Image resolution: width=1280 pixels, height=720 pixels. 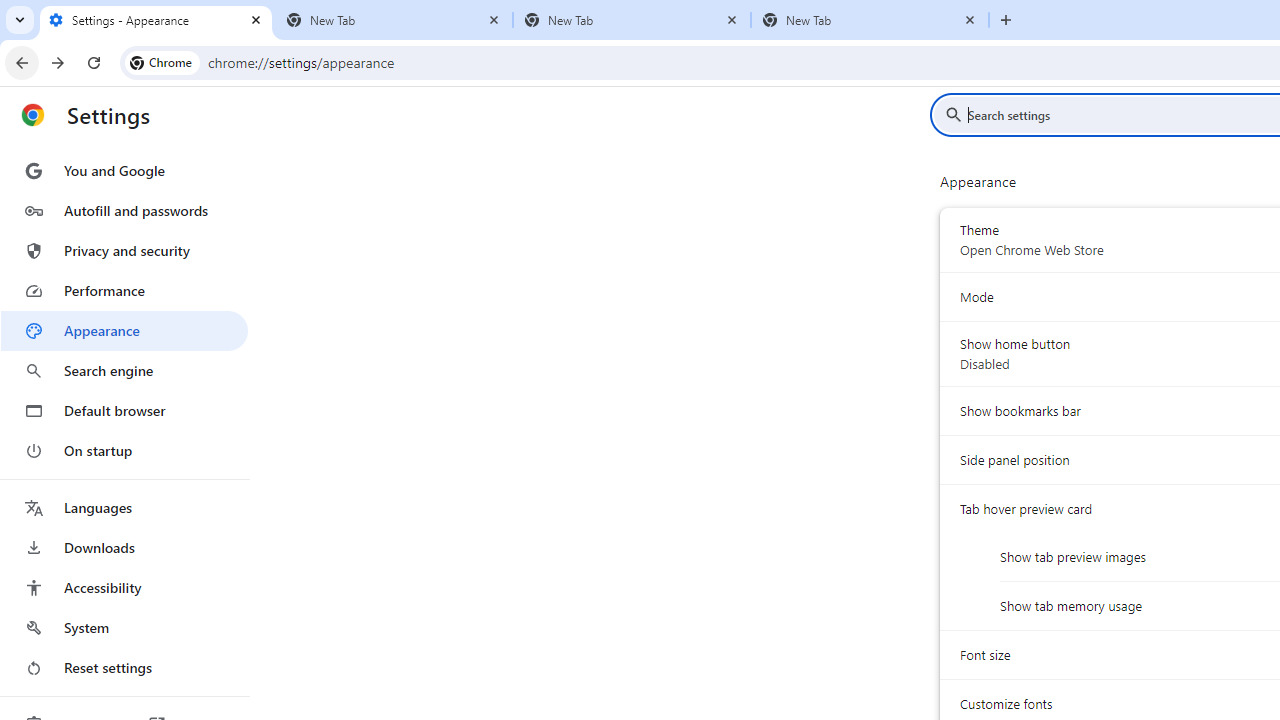 What do you see at coordinates (123, 410) in the screenshot?
I see `'Default browser'` at bounding box center [123, 410].